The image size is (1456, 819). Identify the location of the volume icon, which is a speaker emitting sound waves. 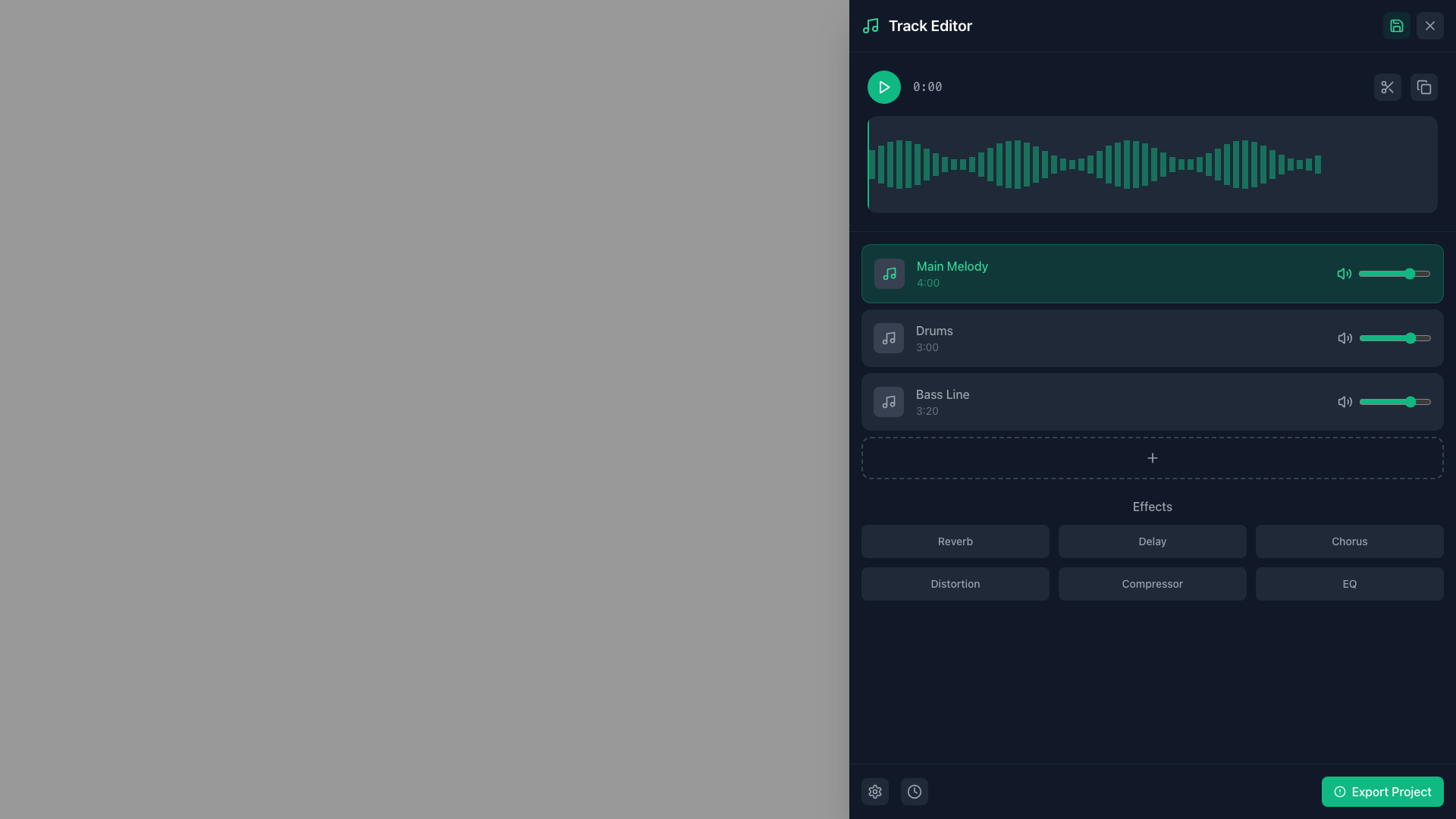
(1344, 274).